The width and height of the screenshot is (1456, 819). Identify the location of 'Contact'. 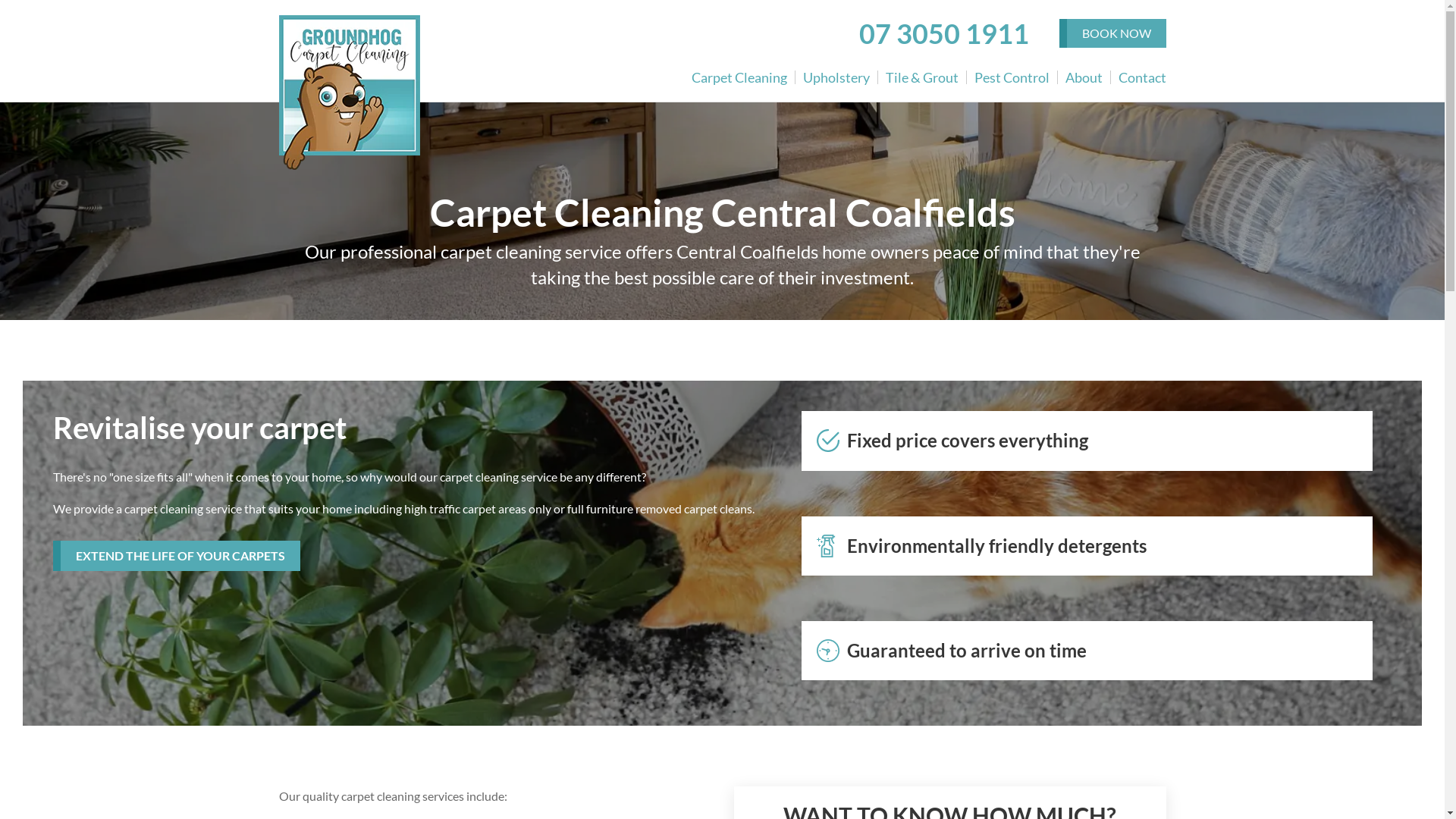
(1137, 77).